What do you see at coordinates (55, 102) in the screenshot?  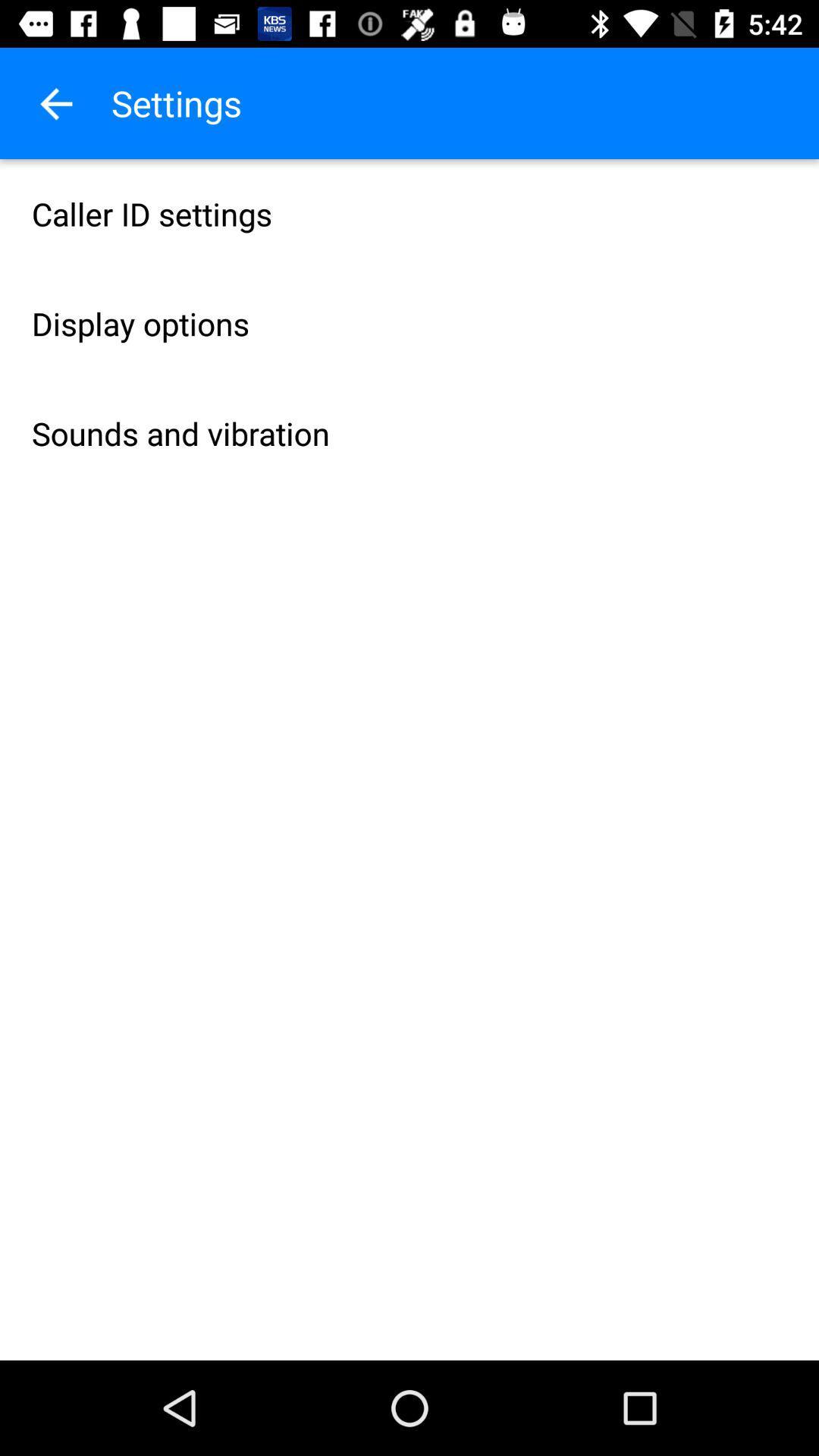 I see `item to the left of settings icon` at bounding box center [55, 102].